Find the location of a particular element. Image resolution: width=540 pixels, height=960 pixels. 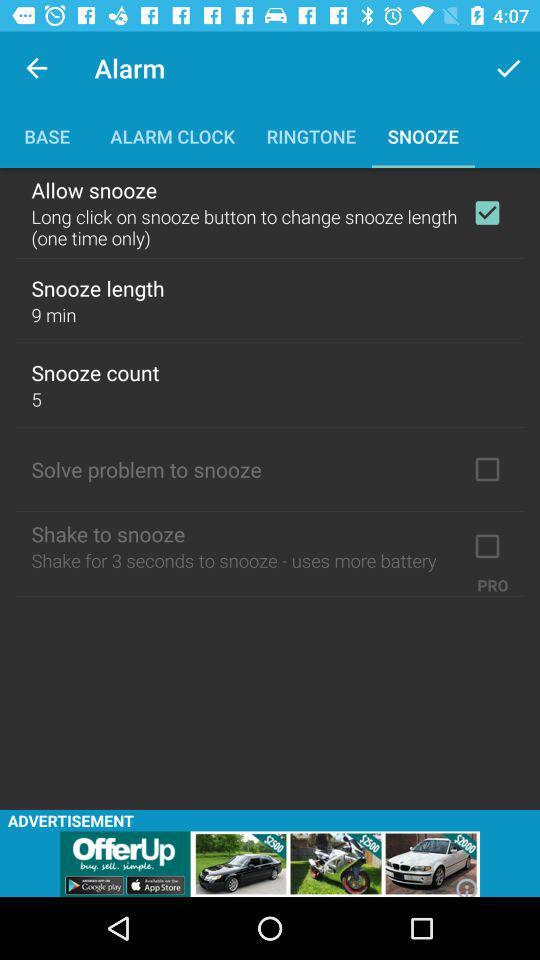

option is located at coordinates (486, 213).